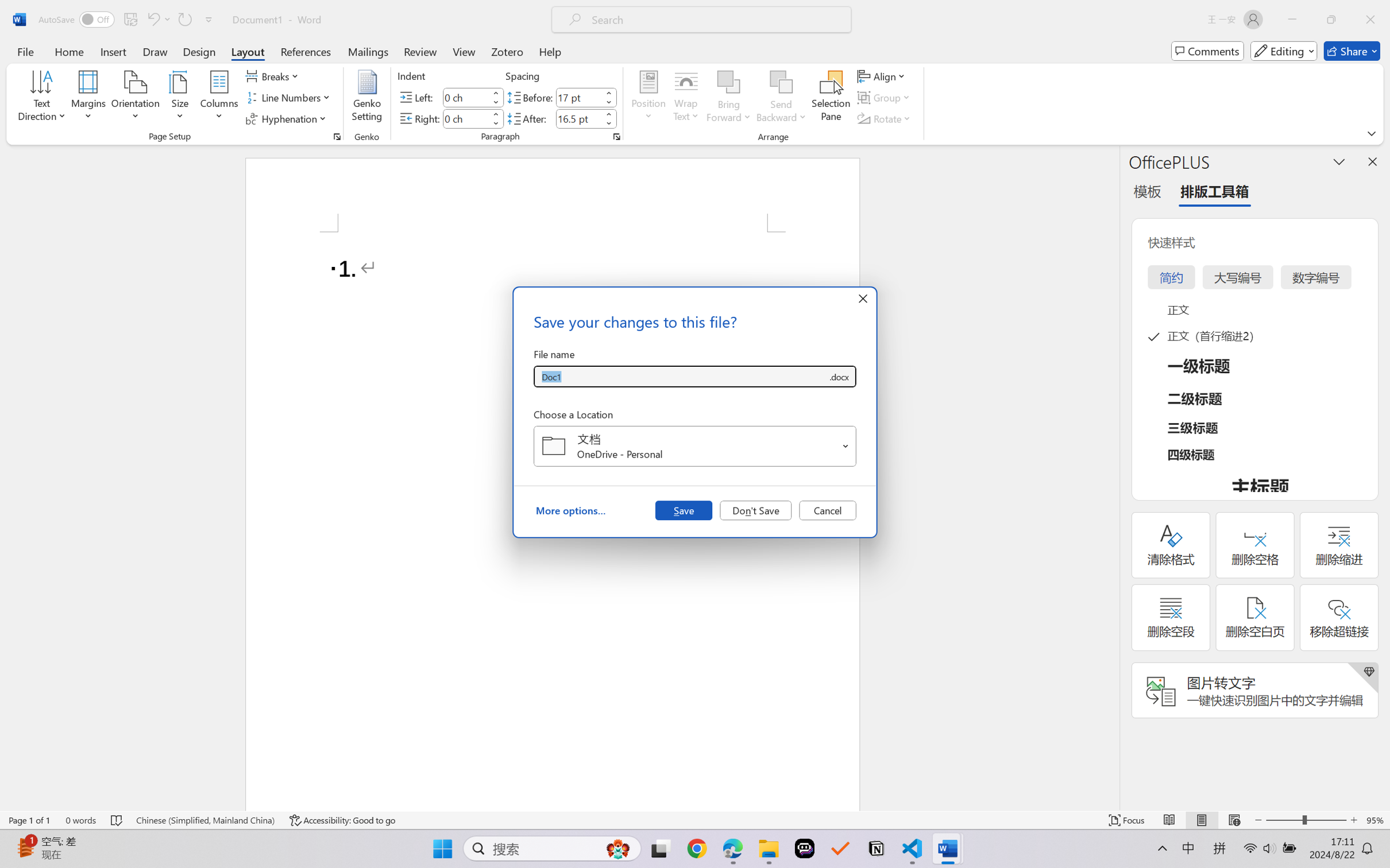 The image size is (1390, 868). I want to click on 'Wrap Text', so click(686, 98).